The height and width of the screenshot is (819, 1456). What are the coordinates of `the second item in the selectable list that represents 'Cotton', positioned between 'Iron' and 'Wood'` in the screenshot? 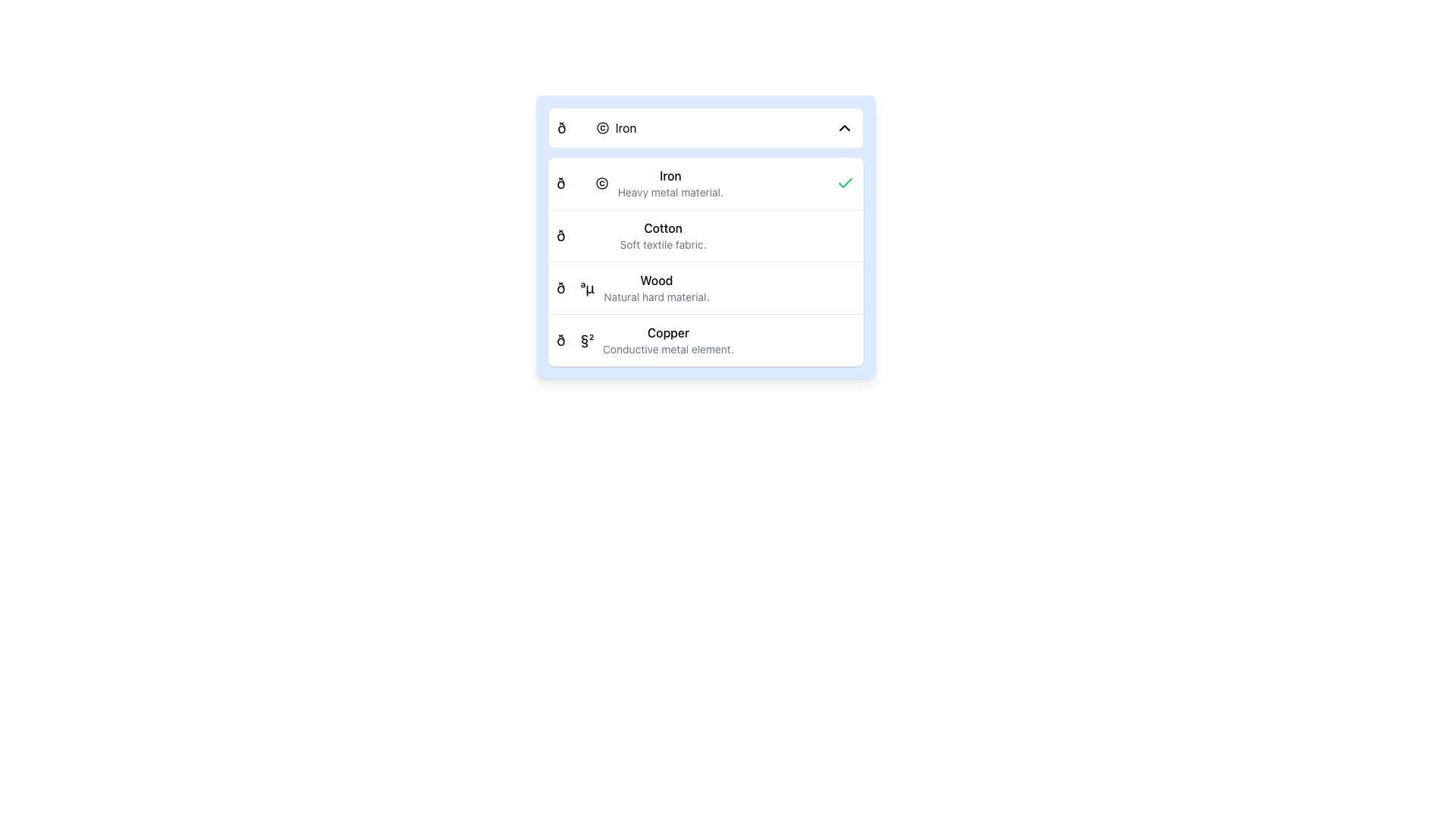 It's located at (704, 235).